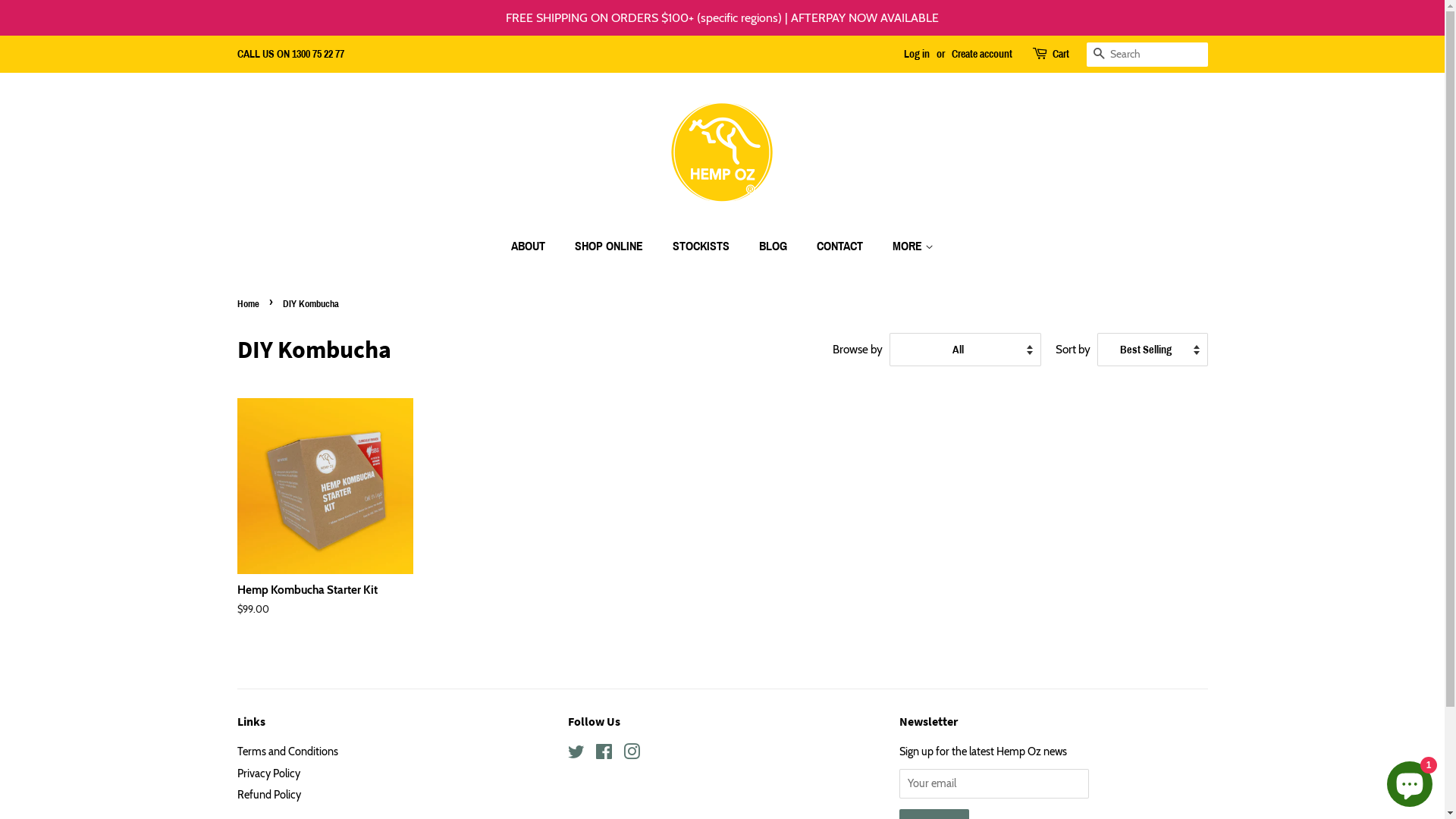  I want to click on 'Twitter', so click(575, 755).